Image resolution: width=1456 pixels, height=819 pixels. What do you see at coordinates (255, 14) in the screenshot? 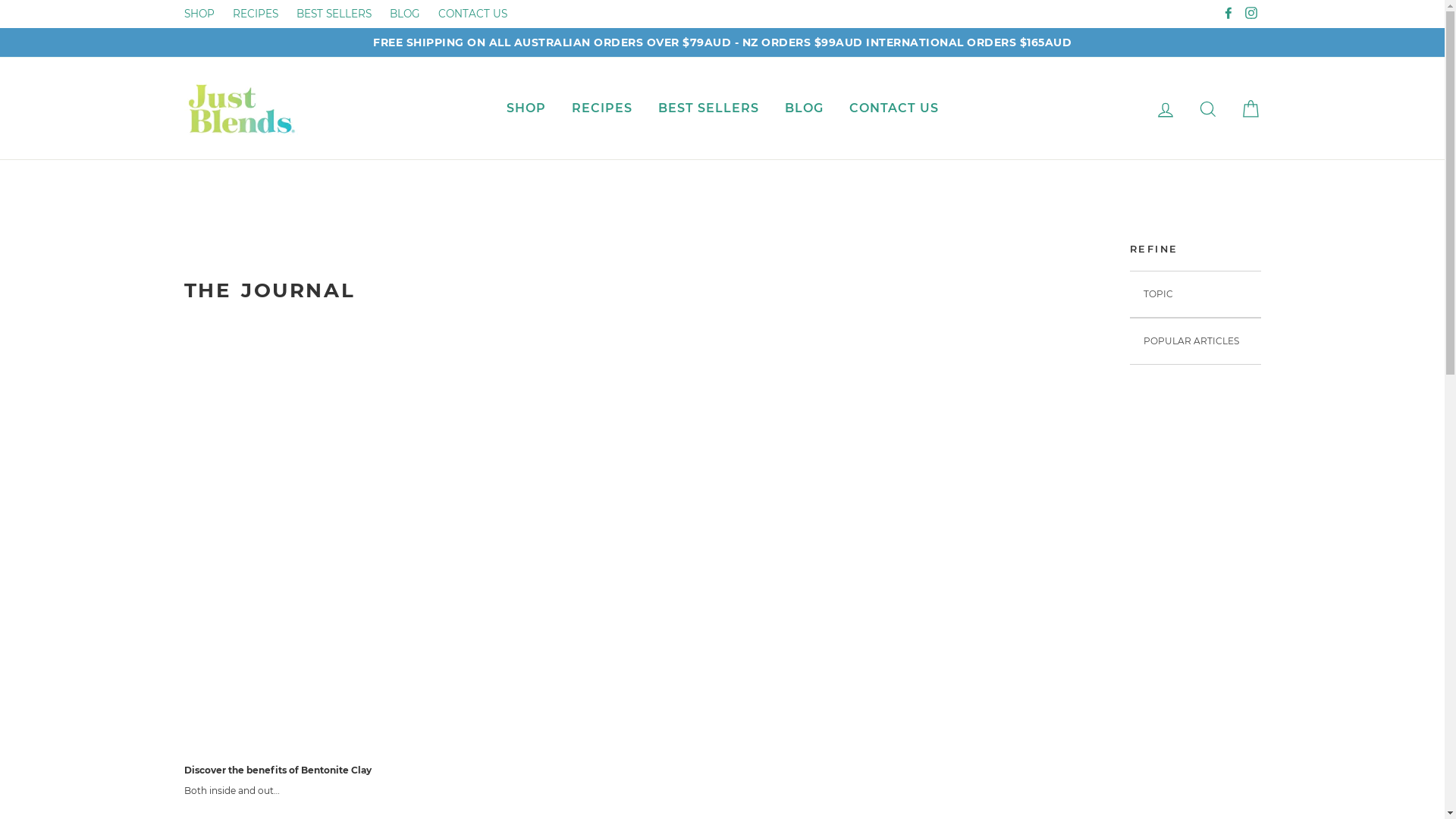
I see `'RECIPES'` at bounding box center [255, 14].